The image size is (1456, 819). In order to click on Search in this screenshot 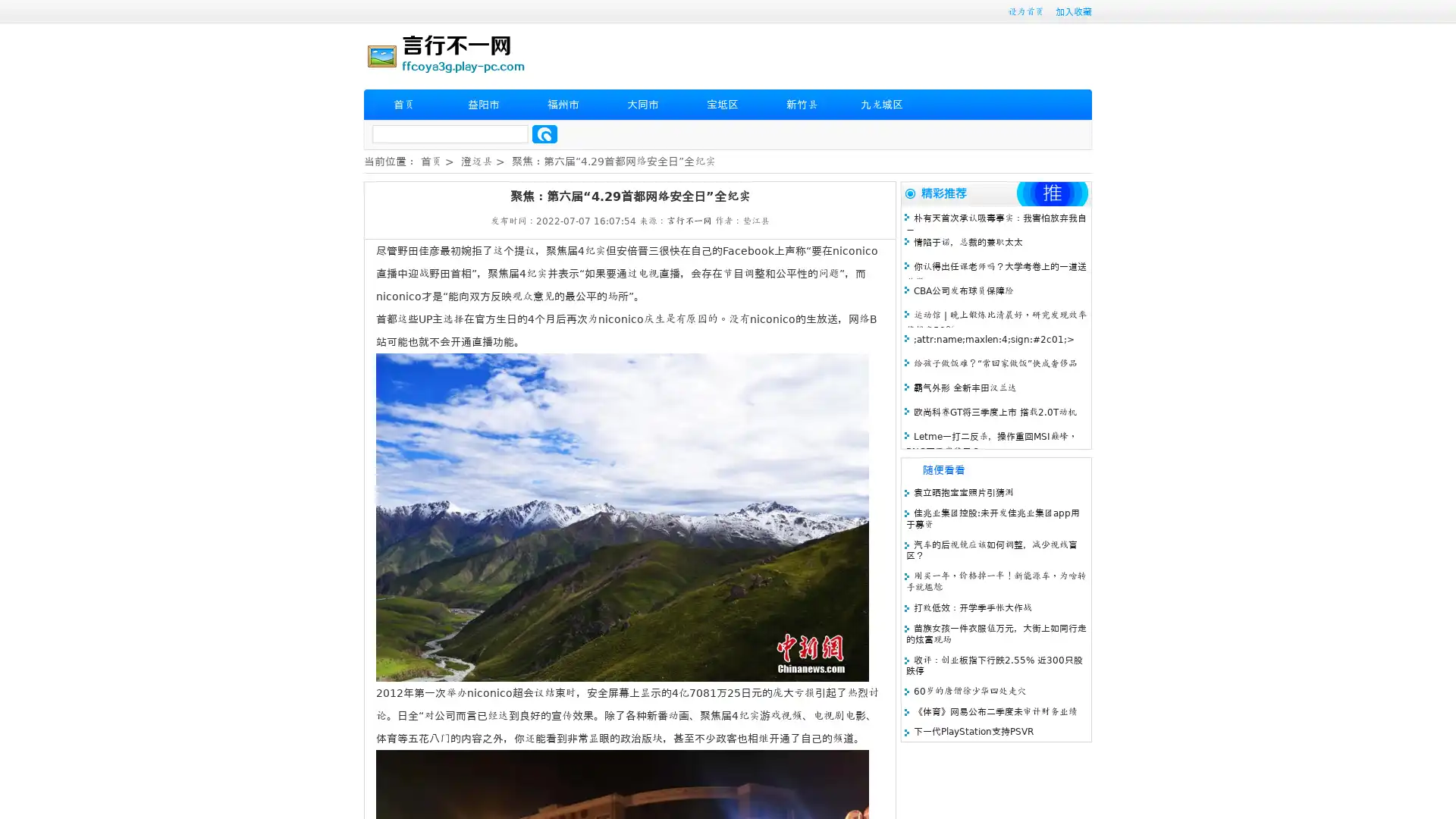, I will do `click(544, 133)`.